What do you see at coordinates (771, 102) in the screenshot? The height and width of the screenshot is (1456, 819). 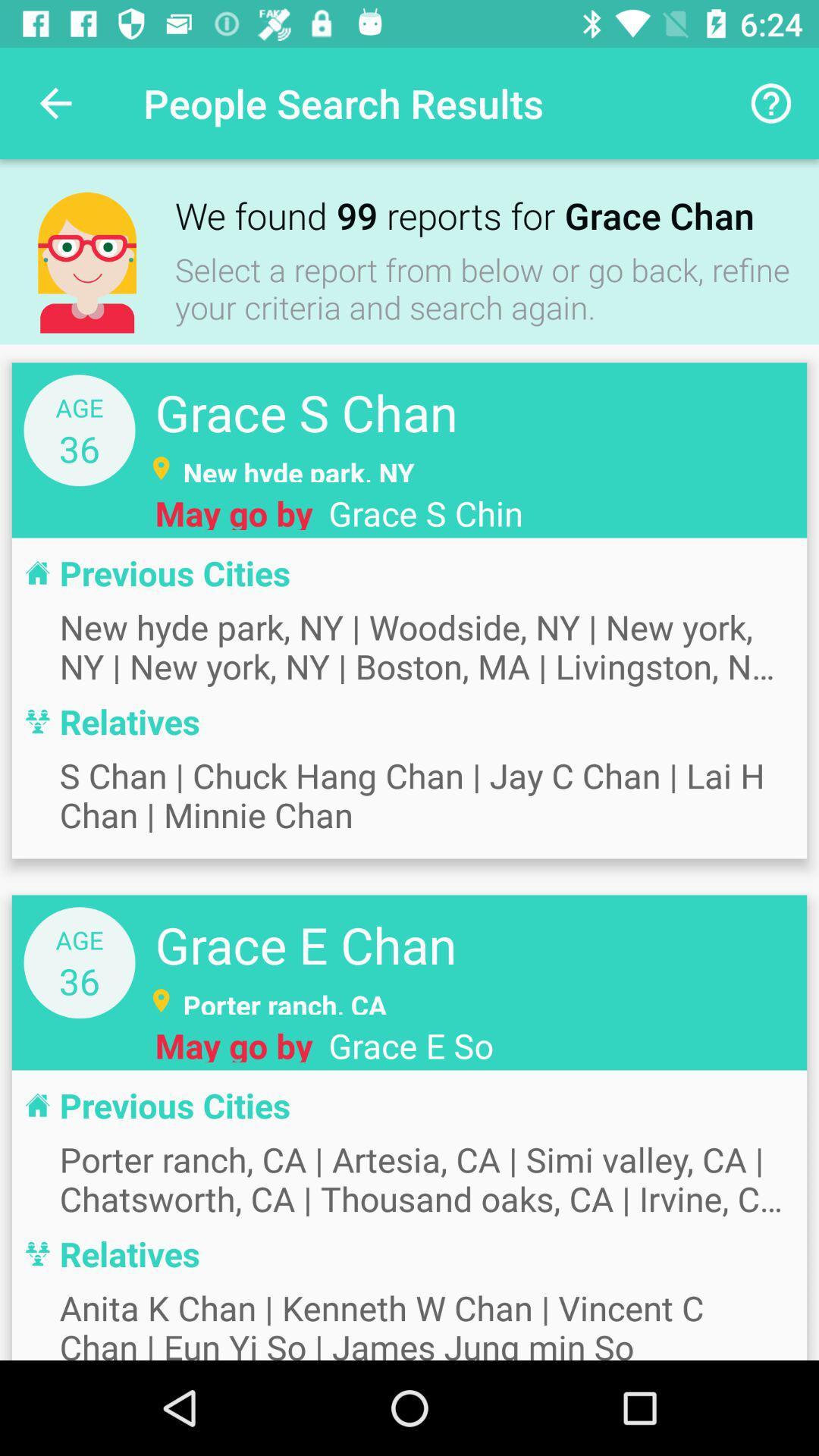 I see `the item next to people search results` at bounding box center [771, 102].